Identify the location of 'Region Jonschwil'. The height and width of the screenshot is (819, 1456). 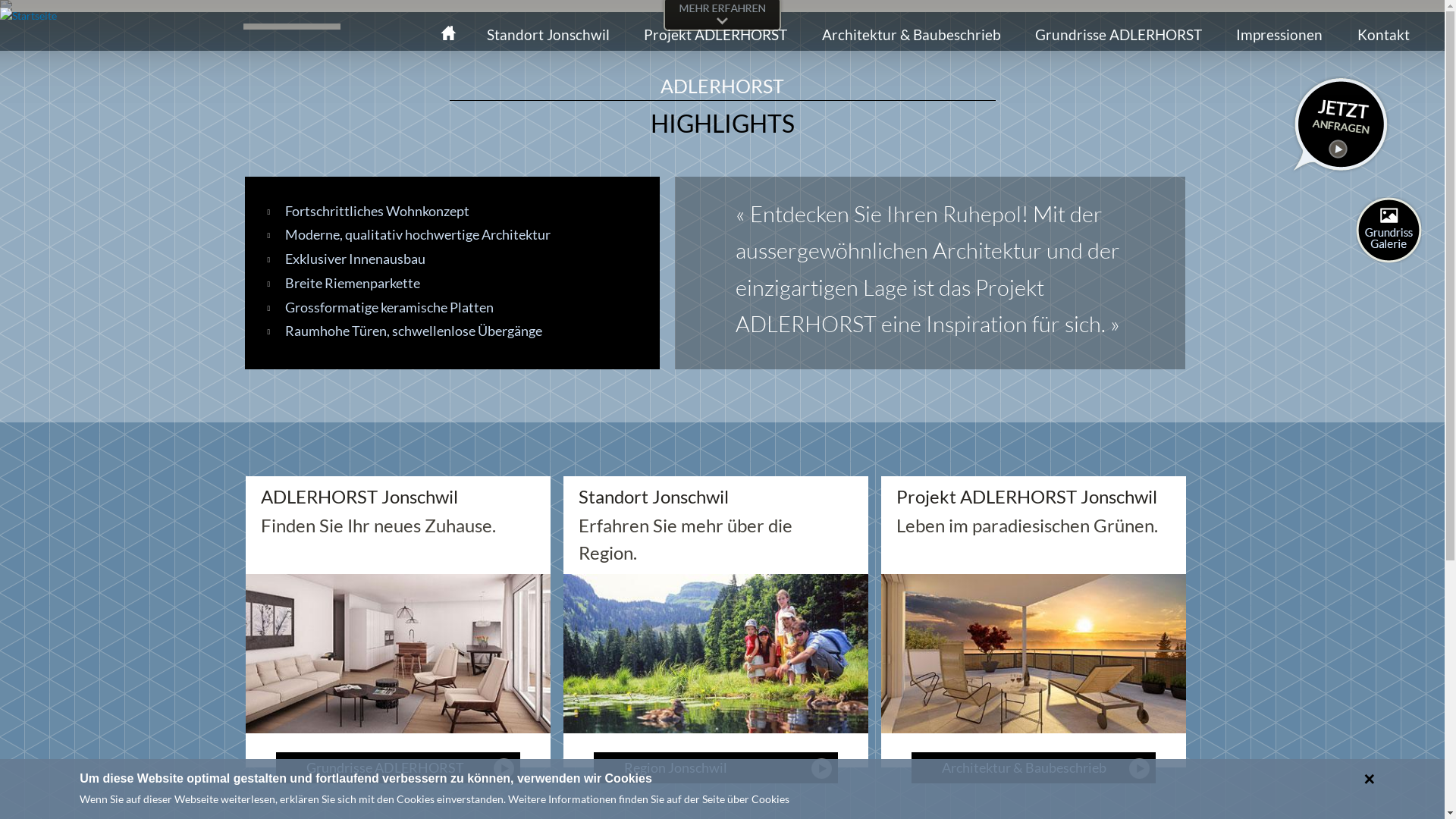
(592, 767).